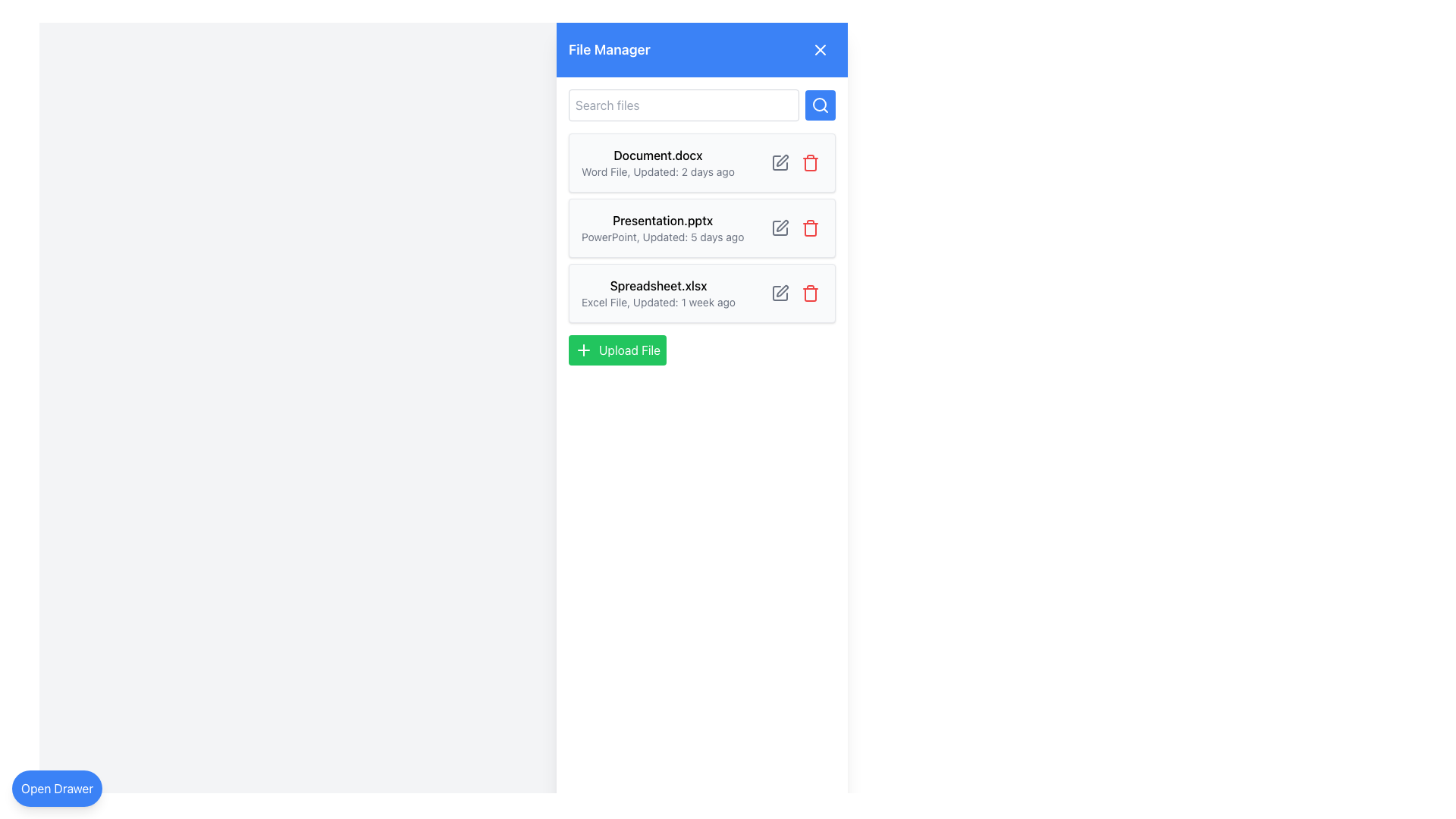  What do you see at coordinates (658, 293) in the screenshot?
I see `the file associated with the third entry in the file listing section, which displays the file name and additional metadata` at bounding box center [658, 293].